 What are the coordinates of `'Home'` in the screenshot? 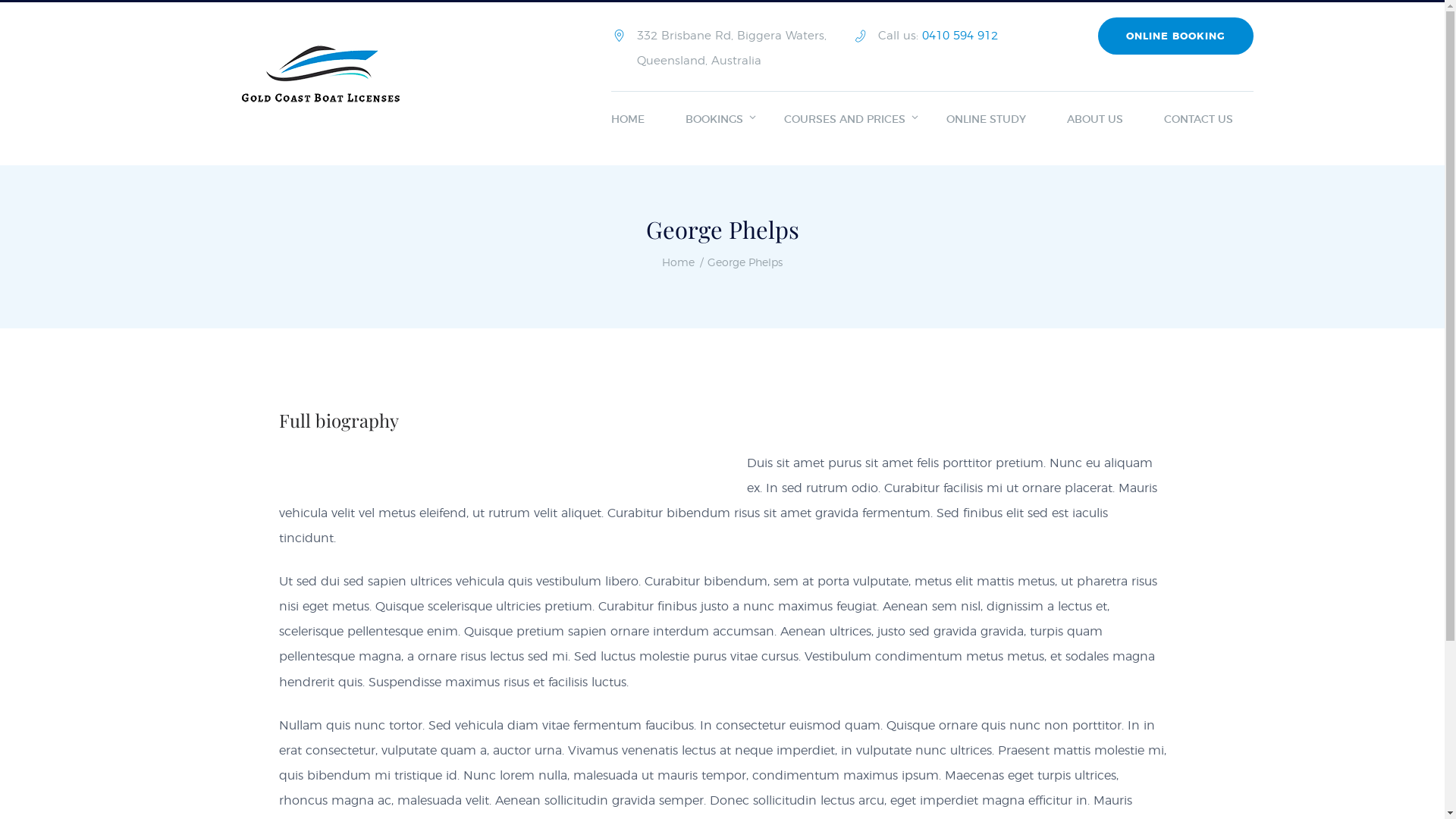 It's located at (677, 262).